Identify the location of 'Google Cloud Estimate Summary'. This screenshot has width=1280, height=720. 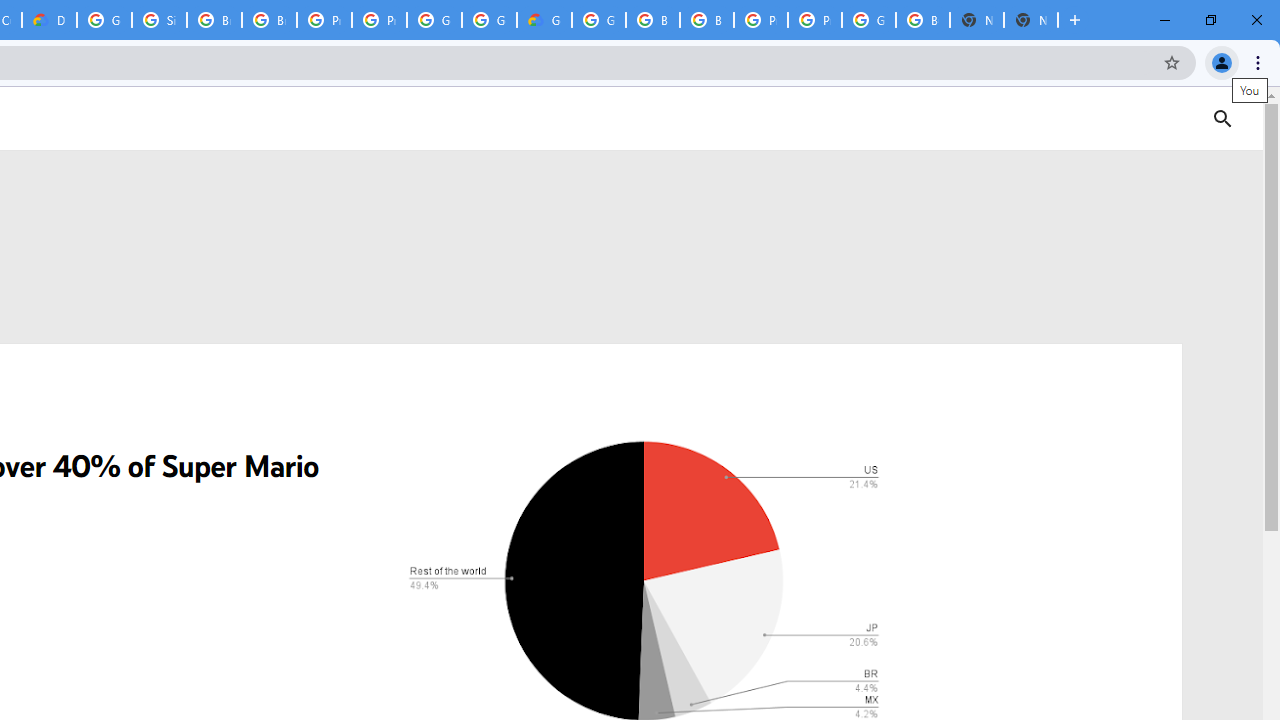
(544, 20).